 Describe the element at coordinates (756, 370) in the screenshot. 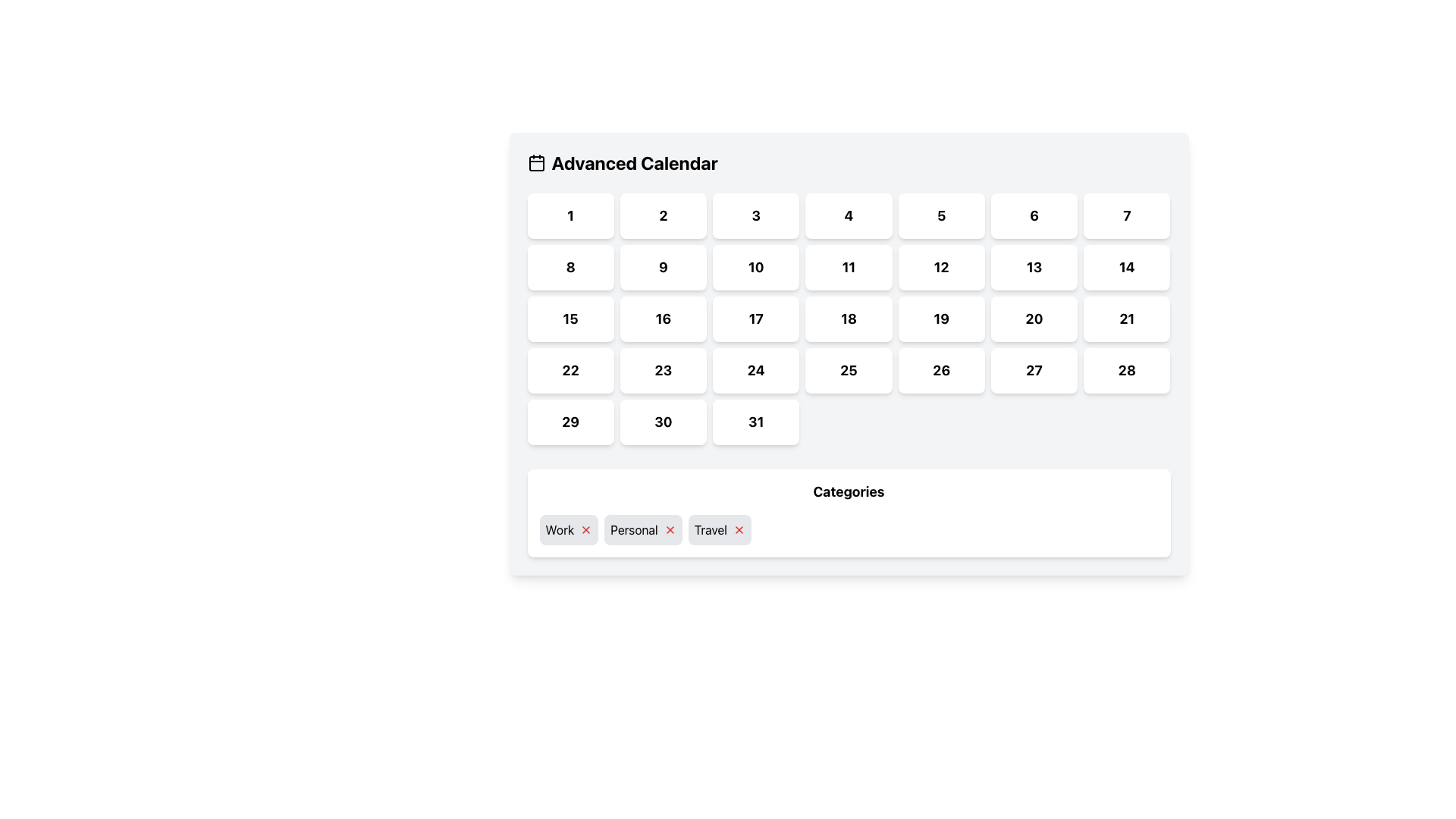

I see `text element displaying the number '24' in bold font, located in the fourth row and fourth column of the 'Advanced Calendar' grid` at that location.